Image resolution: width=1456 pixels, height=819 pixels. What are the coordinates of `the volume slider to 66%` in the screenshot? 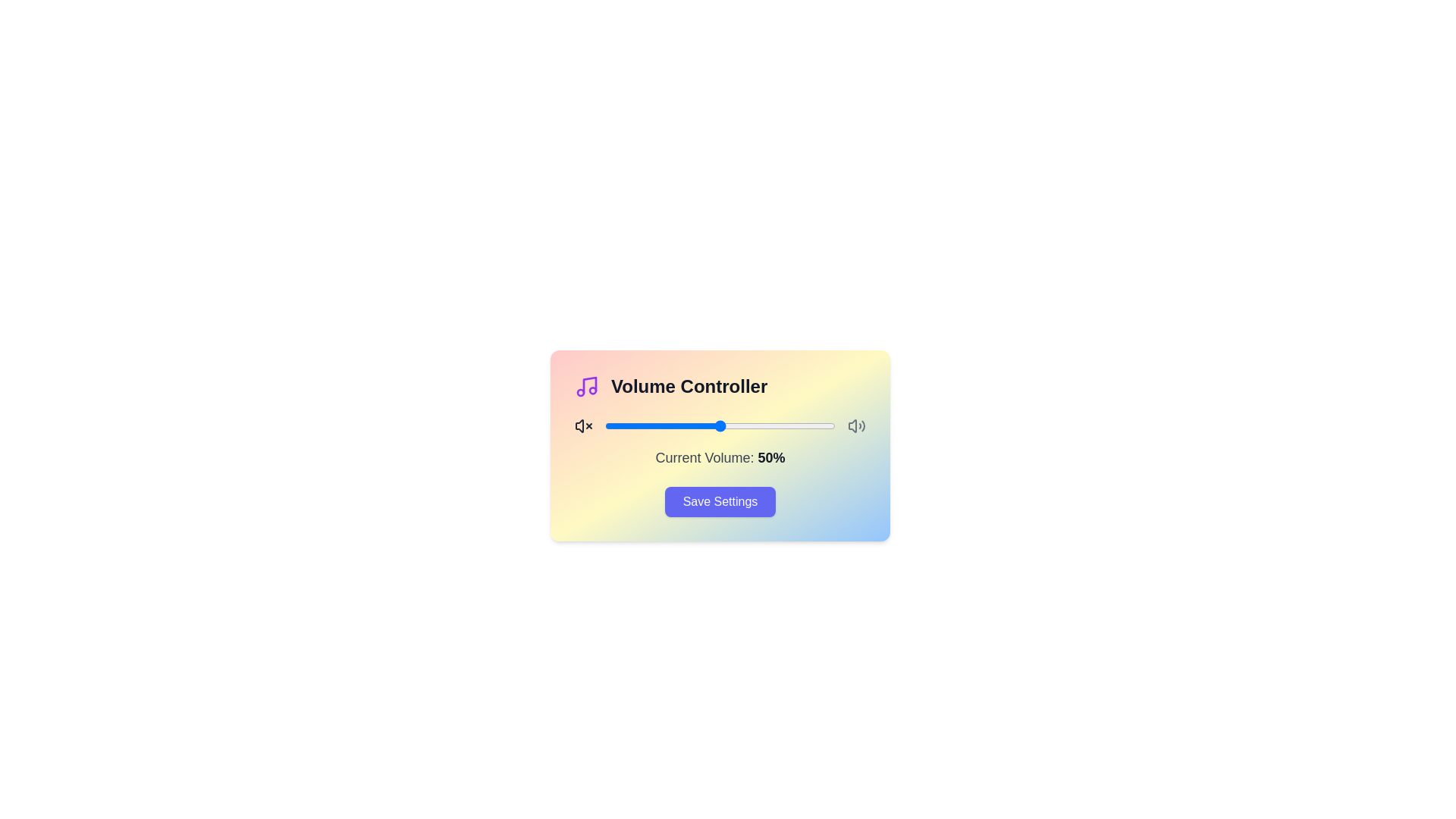 It's located at (757, 426).